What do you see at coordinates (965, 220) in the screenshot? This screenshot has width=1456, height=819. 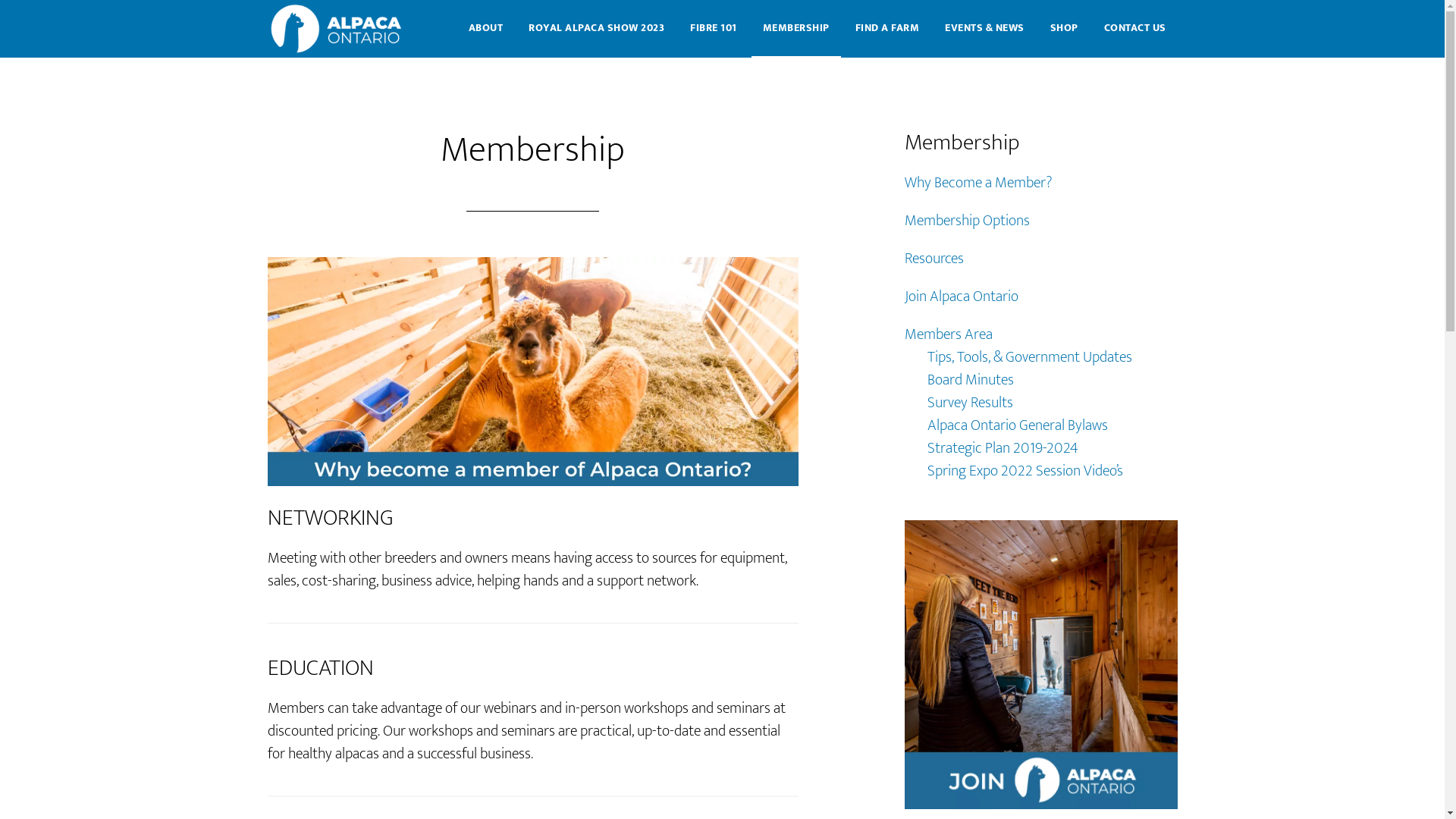 I see `'Membership Options'` at bounding box center [965, 220].